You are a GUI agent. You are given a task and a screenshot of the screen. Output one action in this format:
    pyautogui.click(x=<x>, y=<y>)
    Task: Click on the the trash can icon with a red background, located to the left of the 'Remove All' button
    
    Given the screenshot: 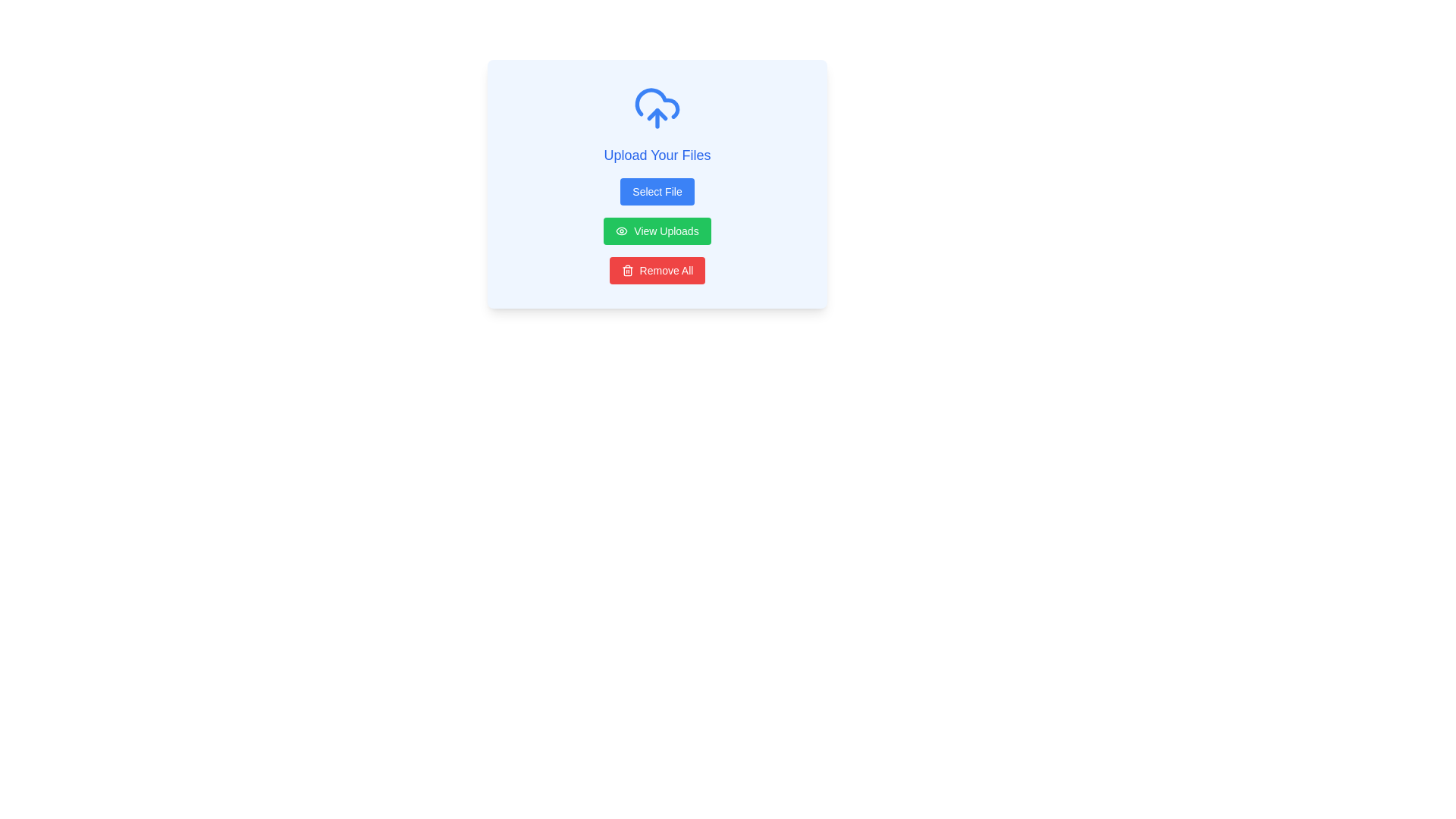 What is the action you would take?
    pyautogui.click(x=627, y=270)
    